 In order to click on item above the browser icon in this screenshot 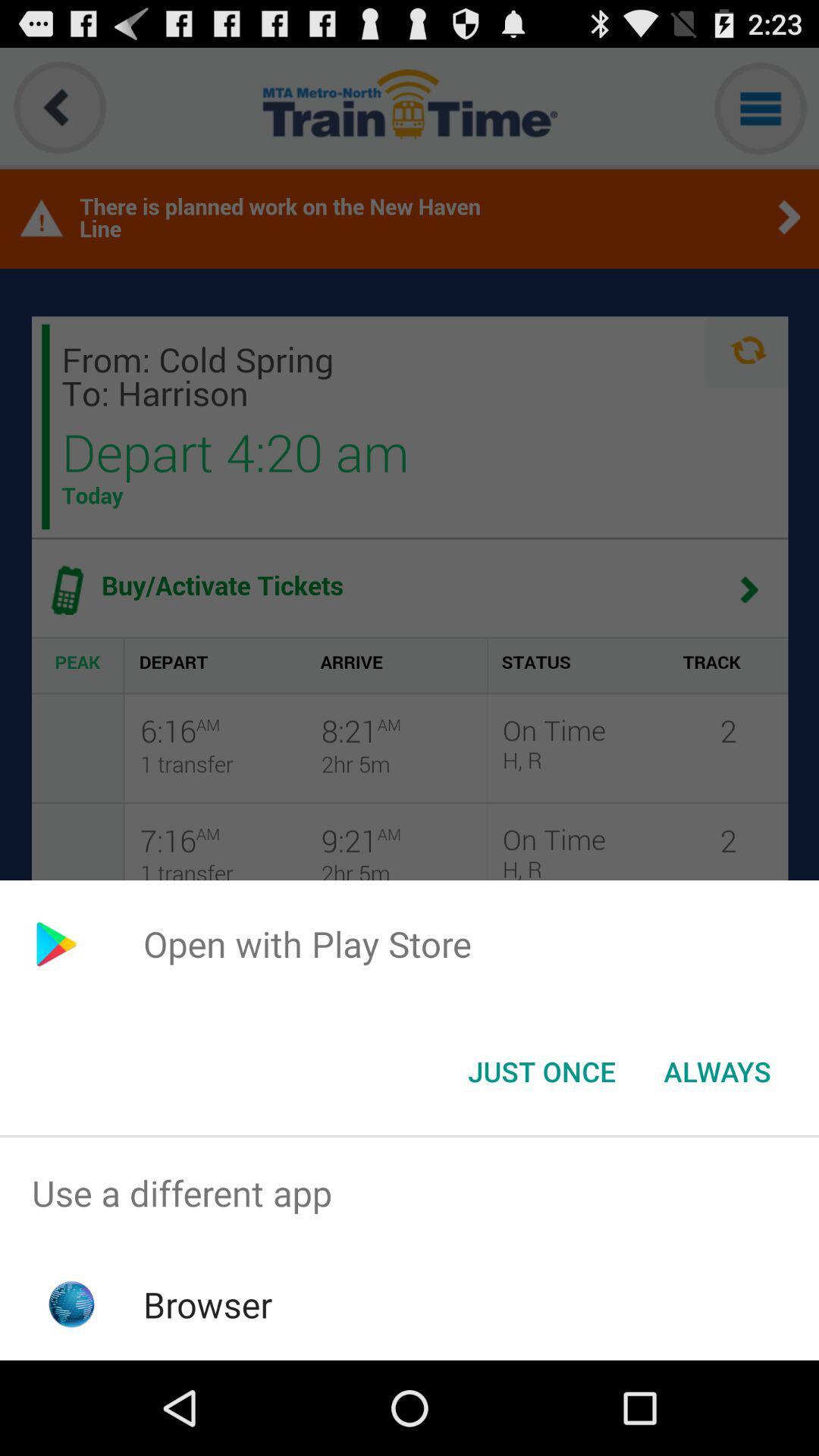, I will do `click(409, 1192)`.